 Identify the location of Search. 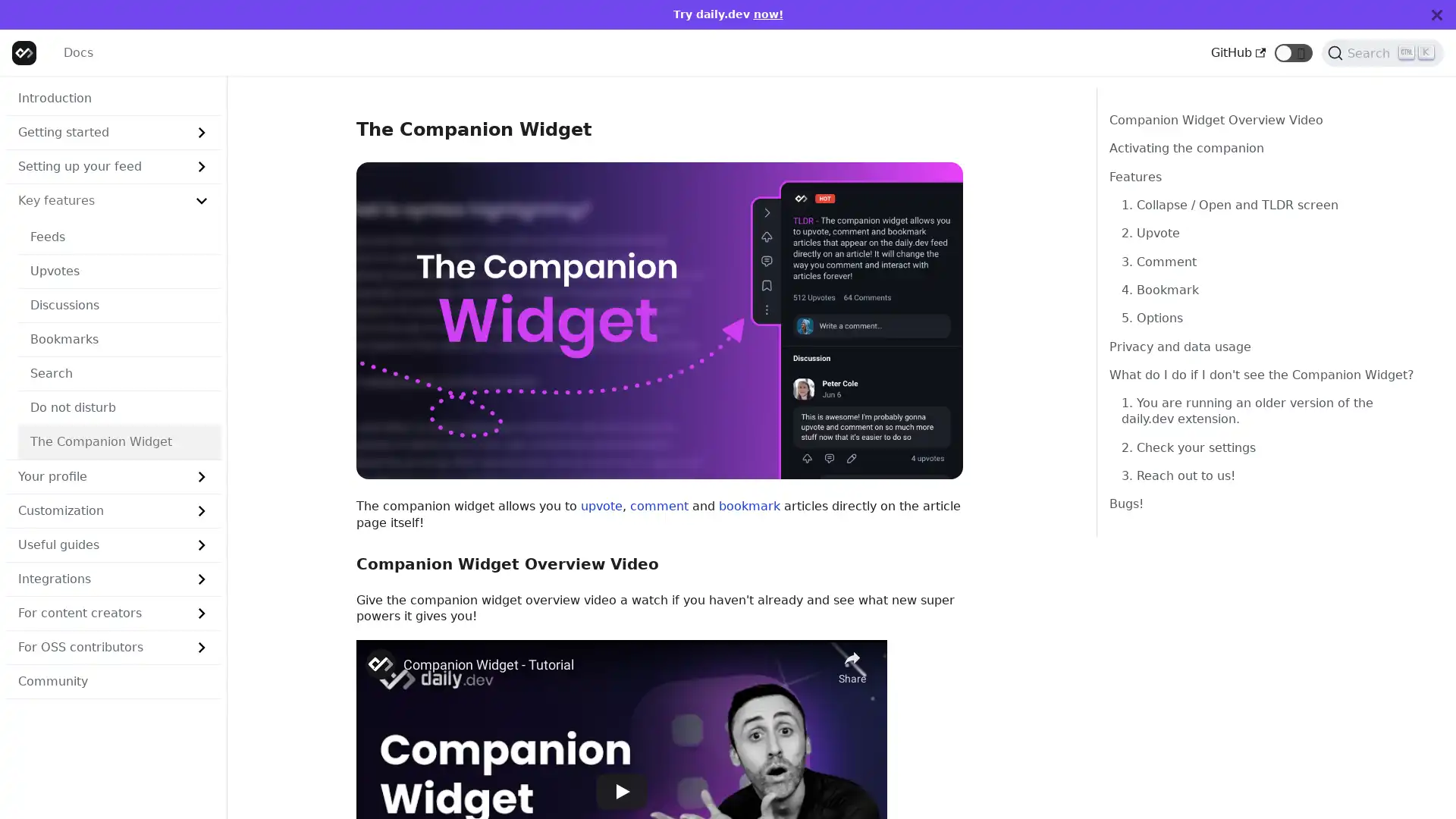
(1382, 52).